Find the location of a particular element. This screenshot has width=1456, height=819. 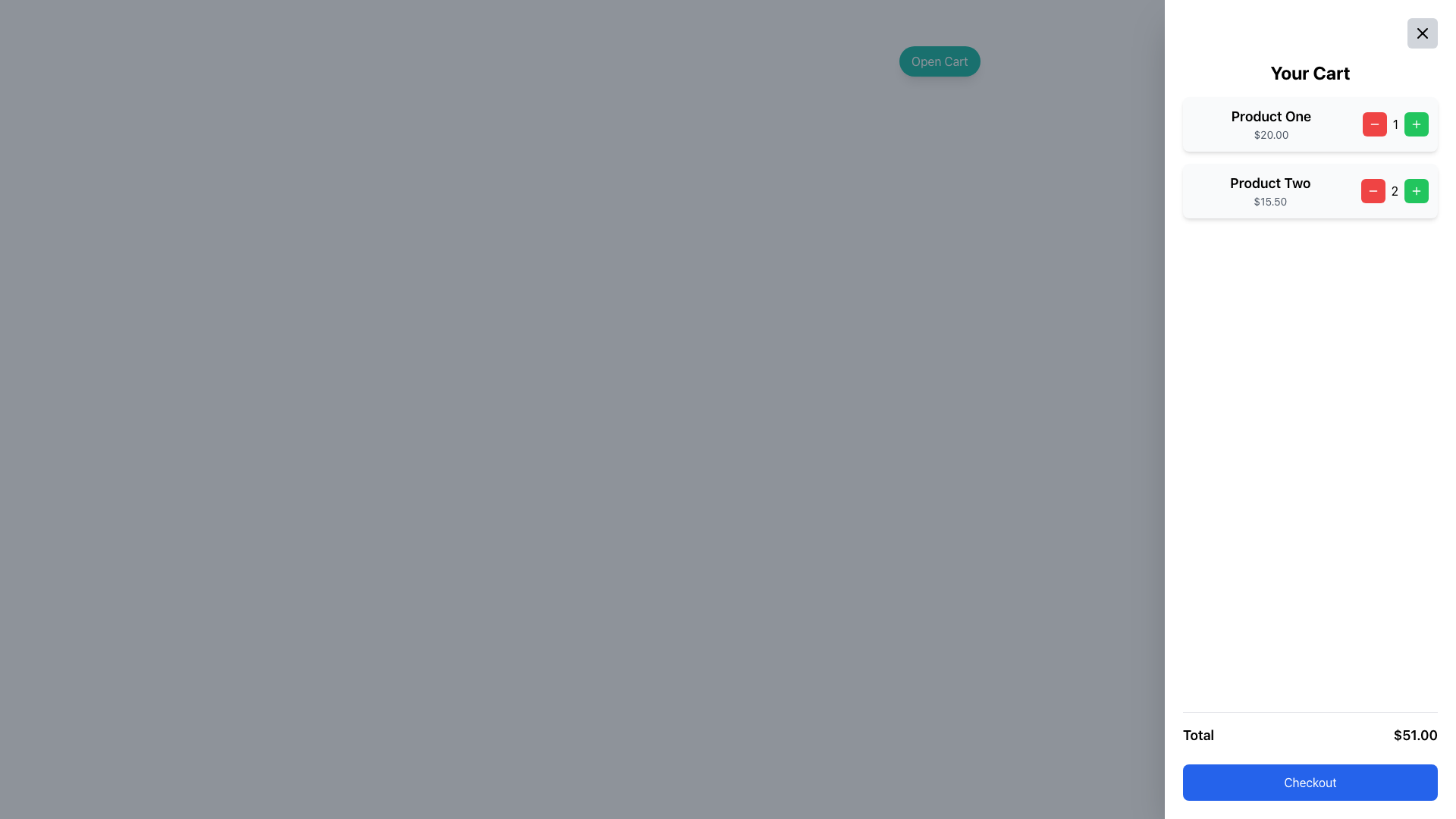

the rectangular button with a rounded border containing an 'X' icon in the top right corner of the cart sidebar is located at coordinates (1422, 33).